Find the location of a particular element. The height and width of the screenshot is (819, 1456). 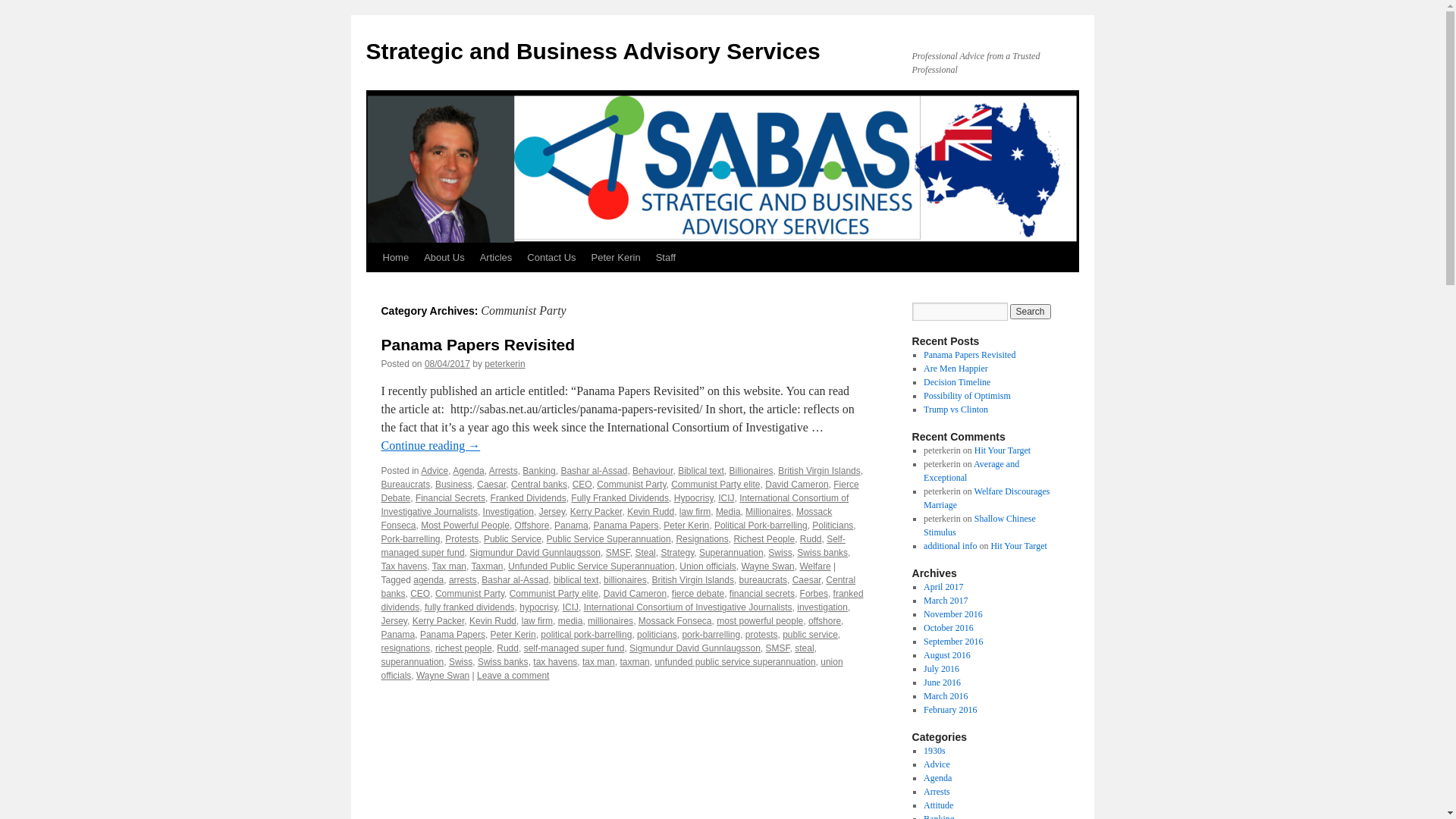

'Forbes' is located at coordinates (813, 593).